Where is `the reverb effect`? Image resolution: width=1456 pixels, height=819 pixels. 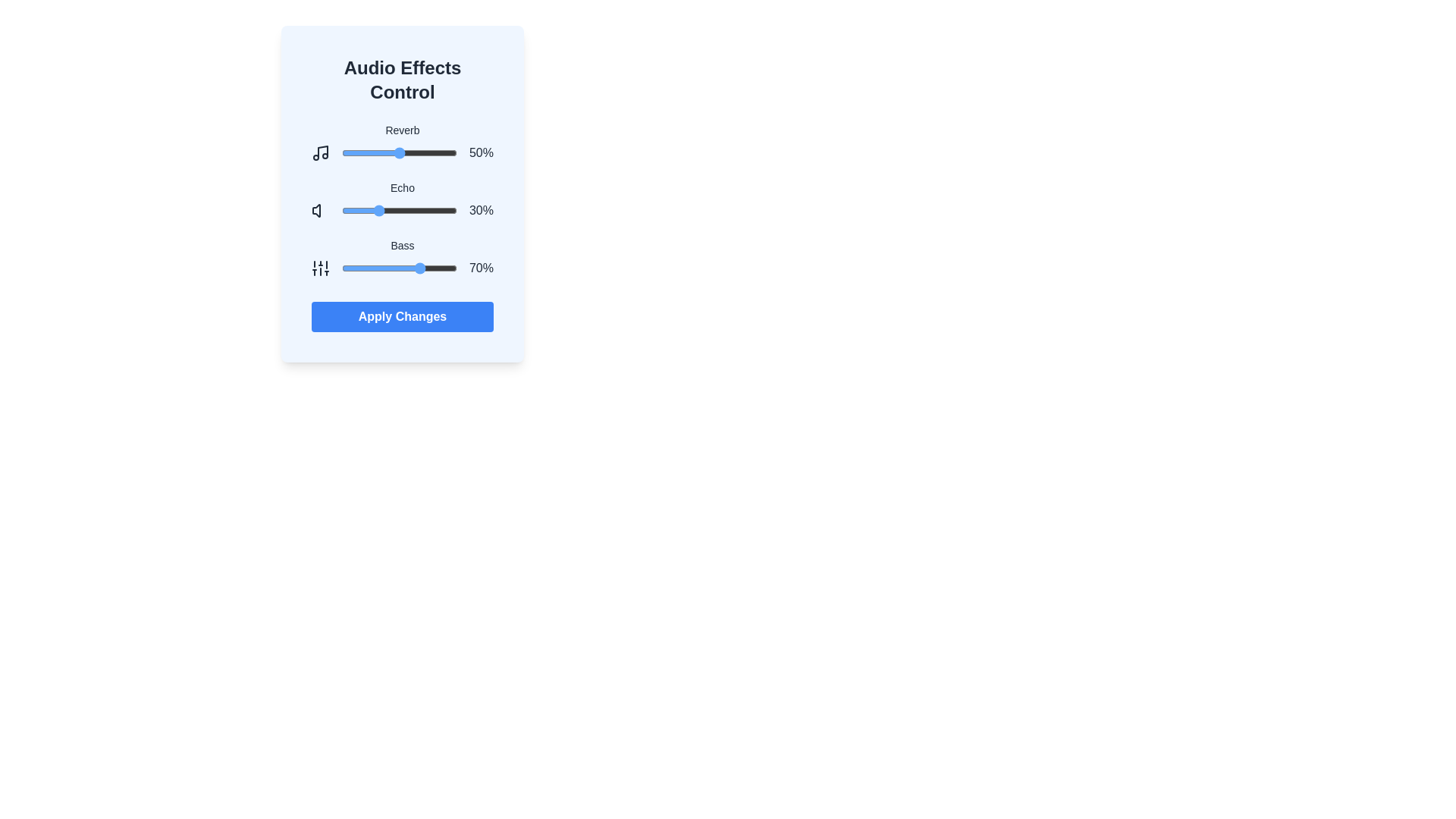
the reverb effect is located at coordinates (372, 152).